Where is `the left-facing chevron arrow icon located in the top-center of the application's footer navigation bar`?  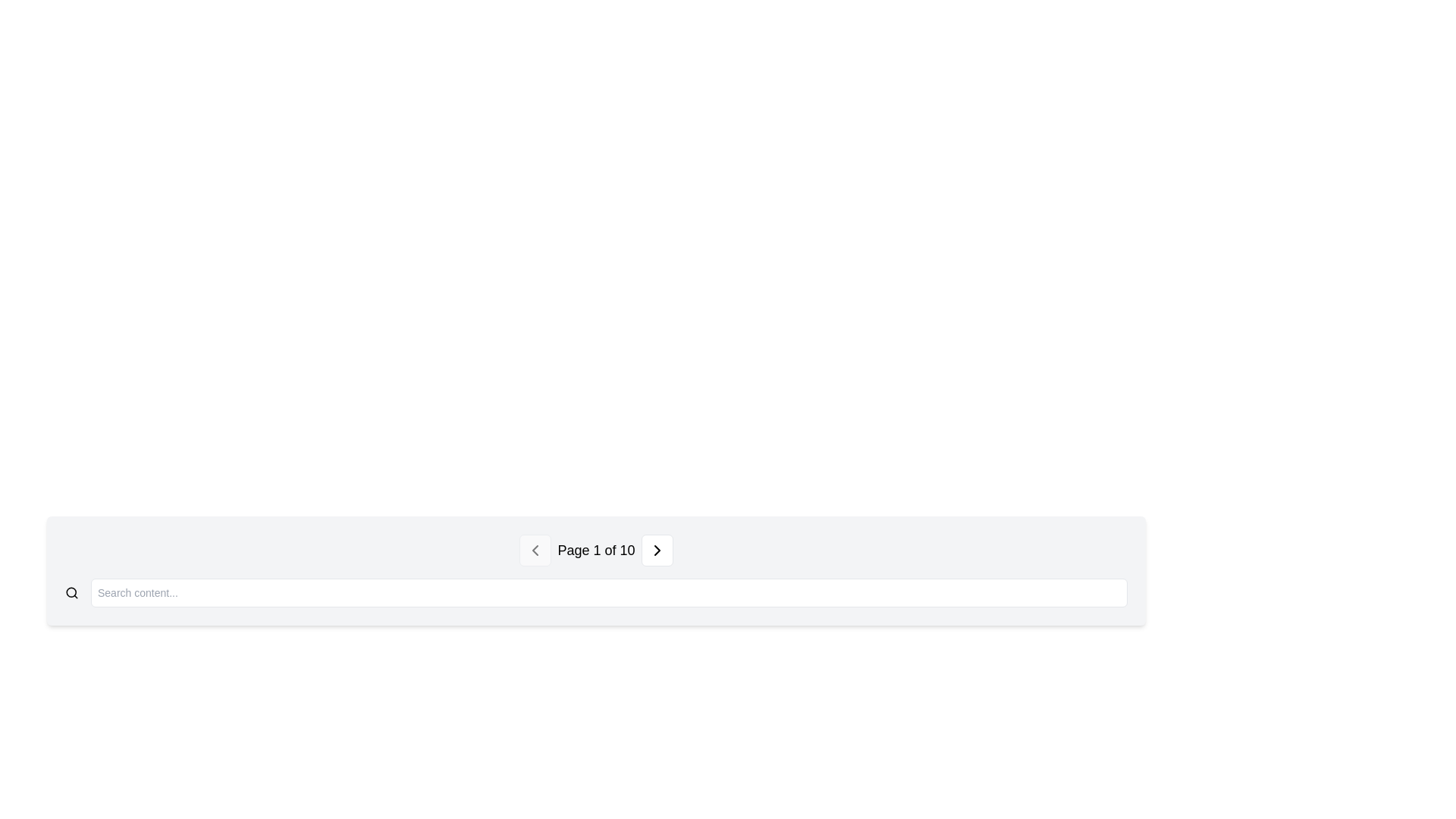 the left-facing chevron arrow icon located in the top-center of the application's footer navigation bar is located at coordinates (535, 550).